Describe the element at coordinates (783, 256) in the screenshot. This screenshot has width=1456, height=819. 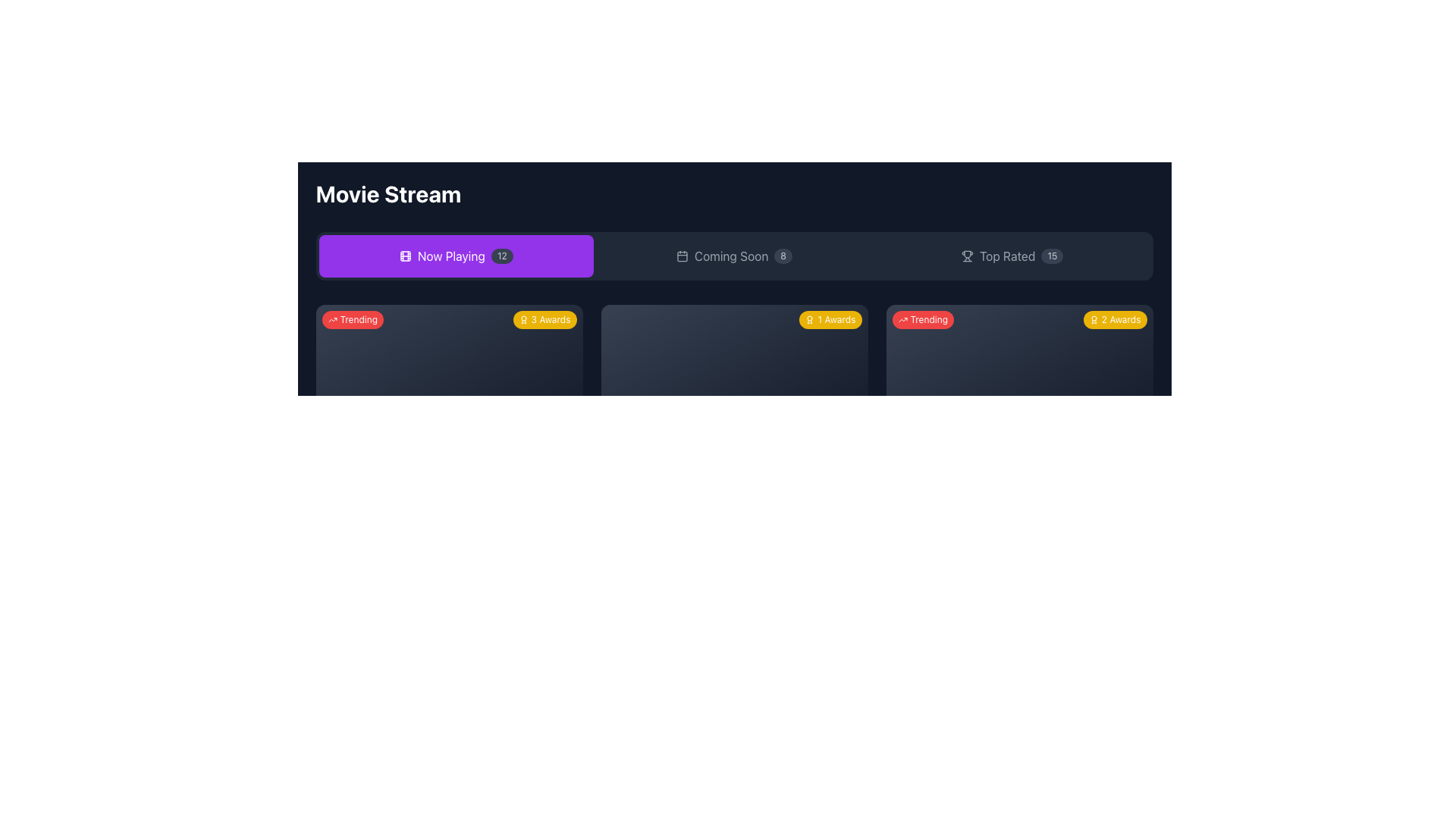
I see `the small circular badge with a dark gray background and light gray text '8', located to the right of the text 'Coming Soon'` at that location.